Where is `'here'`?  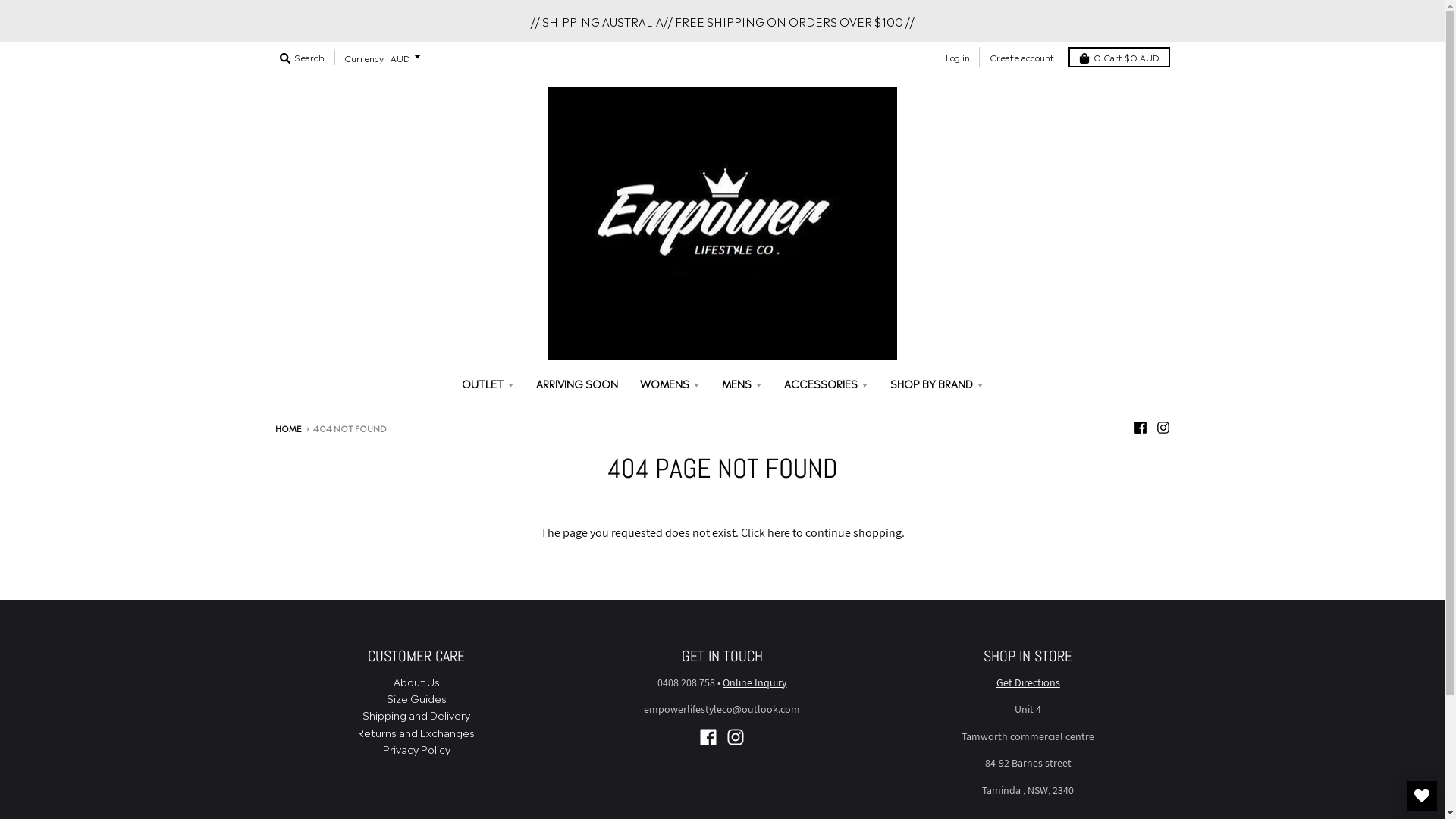 'here' is located at coordinates (779, 532).